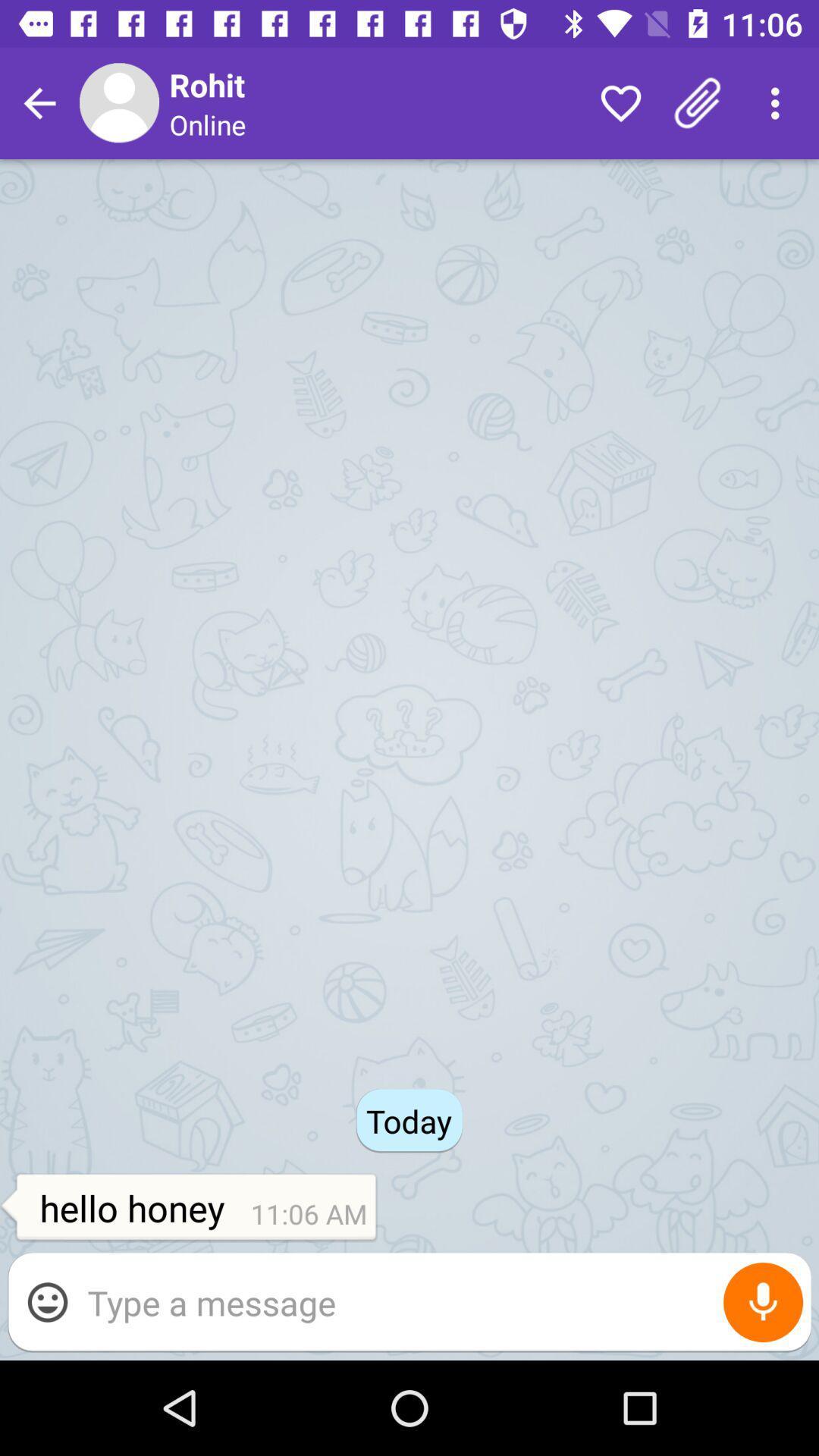 The width and height of the screenshot is (819, 1456). Describe the element at coordinates (39, 102) in the screenshot. I see `return to previous` at that location.